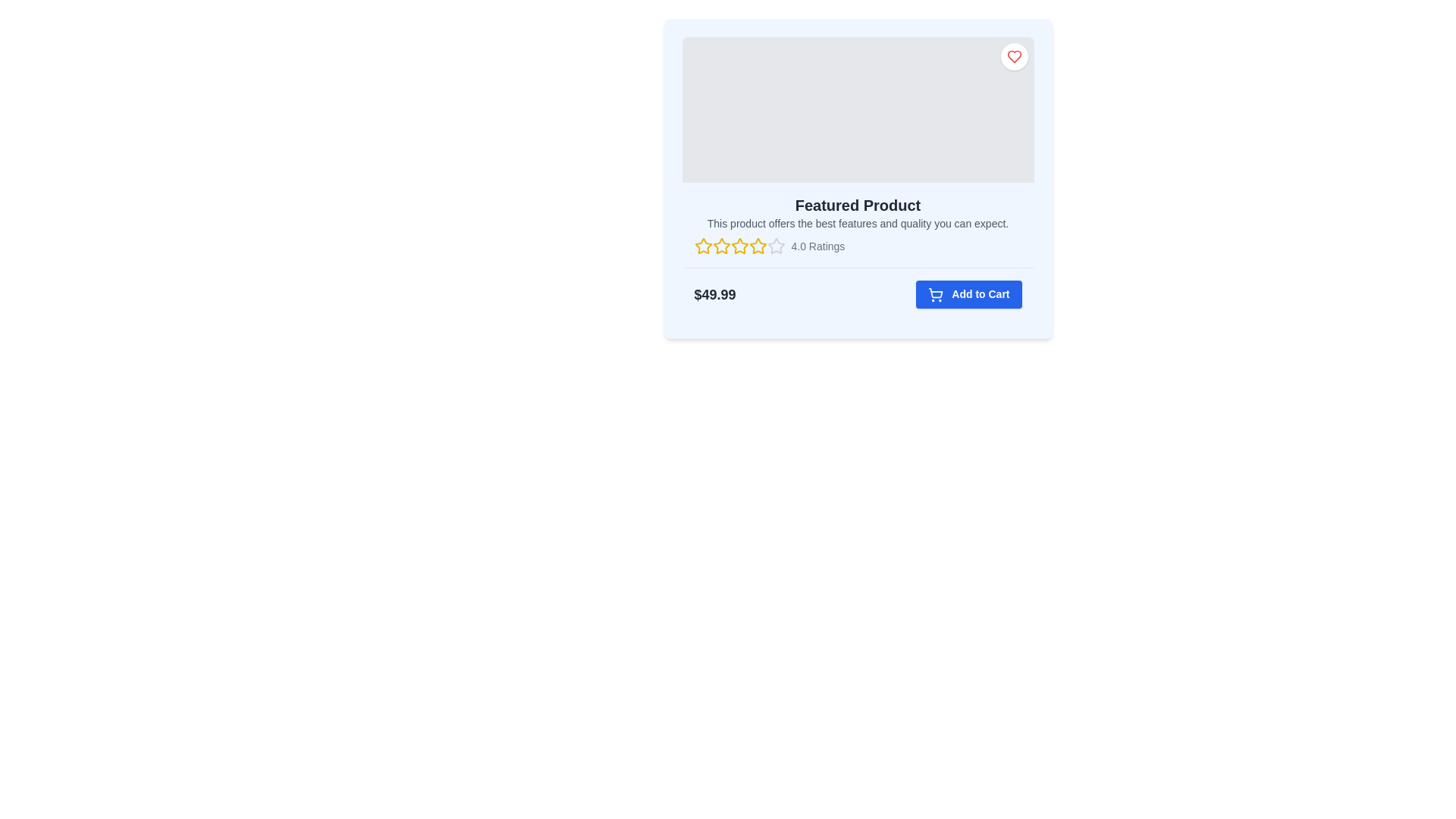  Describe the element at coordinates (758, 245) in the screenshot. I see `the yellow five-pointed star icon, which is the third star in a row of five stars under the 'Featured Product' title` at that location.